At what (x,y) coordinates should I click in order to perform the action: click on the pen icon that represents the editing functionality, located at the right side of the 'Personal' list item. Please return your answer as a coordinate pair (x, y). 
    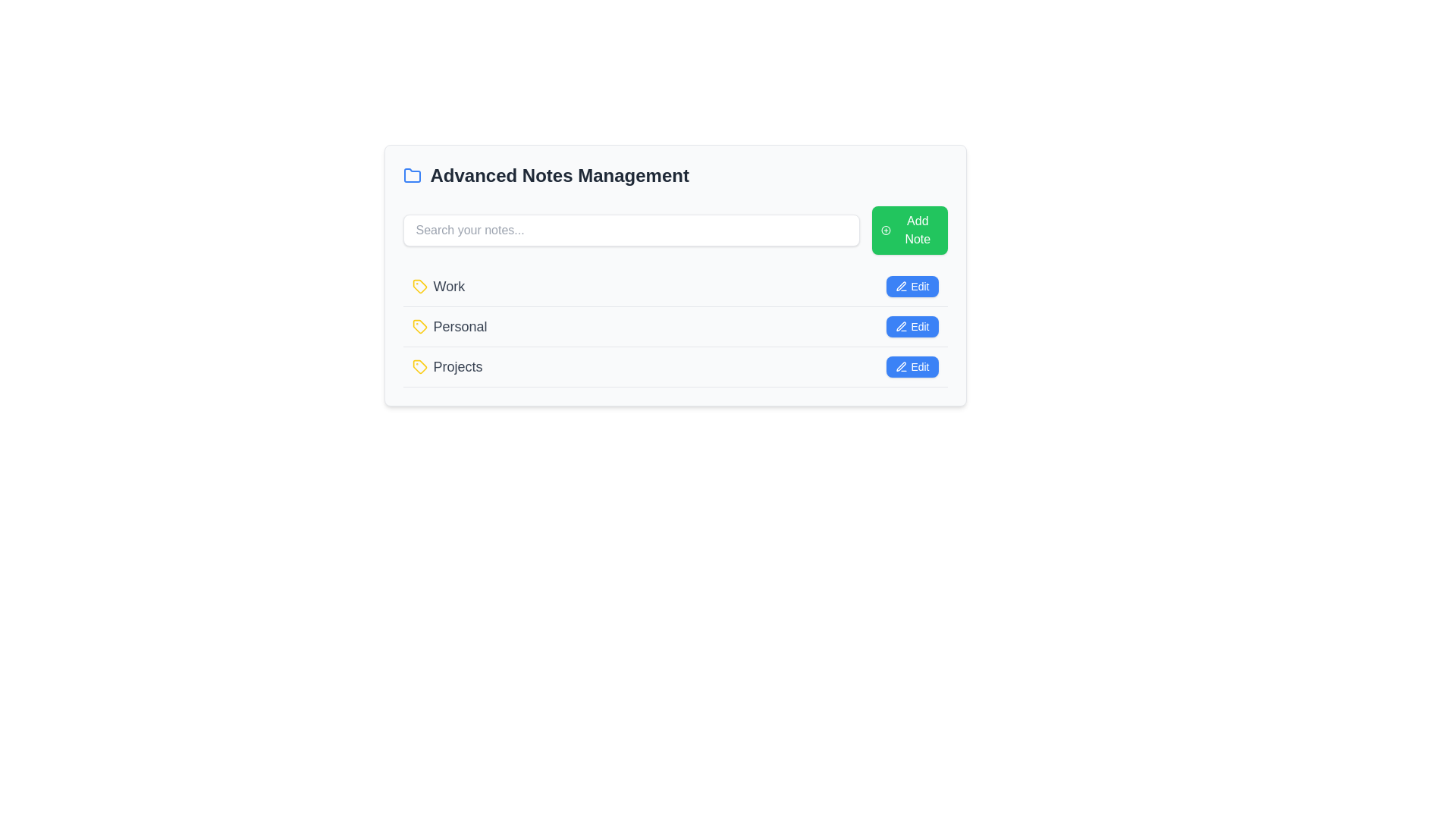
    Looking at the image, I should click on (902, 325).